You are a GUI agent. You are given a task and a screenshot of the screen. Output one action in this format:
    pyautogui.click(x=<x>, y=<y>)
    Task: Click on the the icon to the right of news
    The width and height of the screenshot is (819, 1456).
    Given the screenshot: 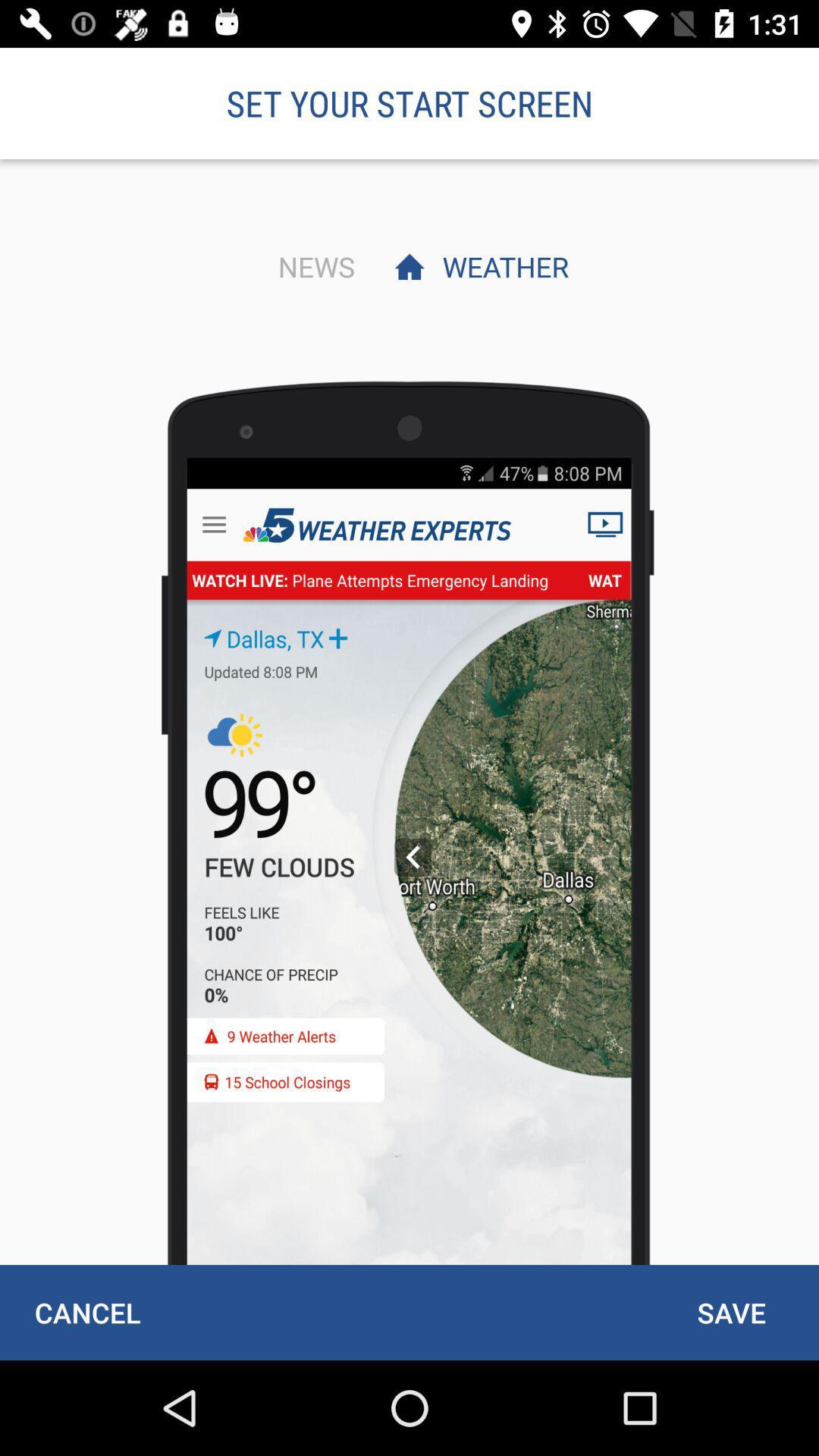 What is the action you would take?
    pyautogui.click(x=501, y=266)
    